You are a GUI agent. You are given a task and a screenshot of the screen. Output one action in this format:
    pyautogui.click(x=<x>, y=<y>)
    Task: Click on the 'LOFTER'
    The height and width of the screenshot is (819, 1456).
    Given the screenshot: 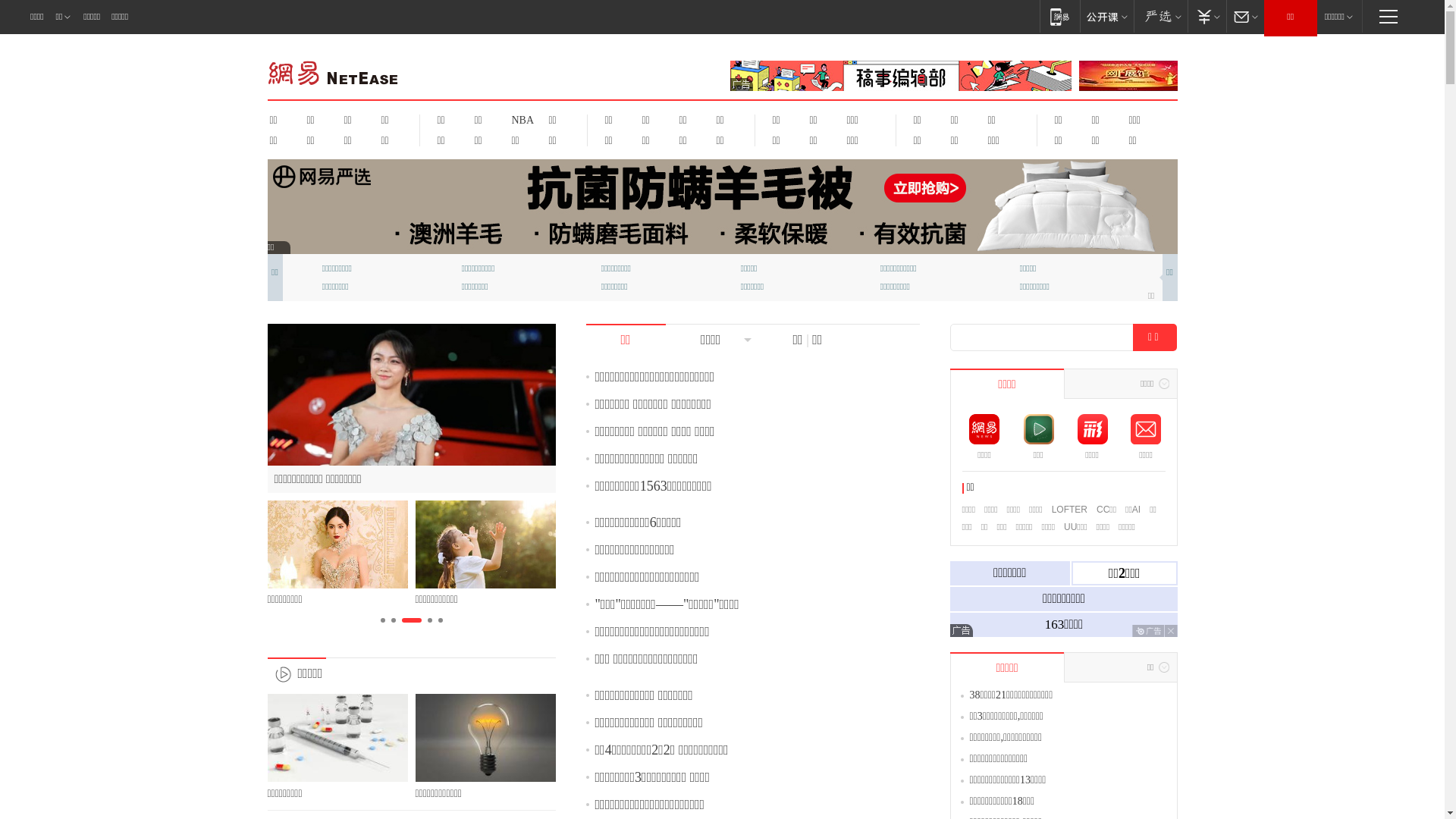 What is the action you would take?
    pyautogui.click(x=1068, y=509)
    